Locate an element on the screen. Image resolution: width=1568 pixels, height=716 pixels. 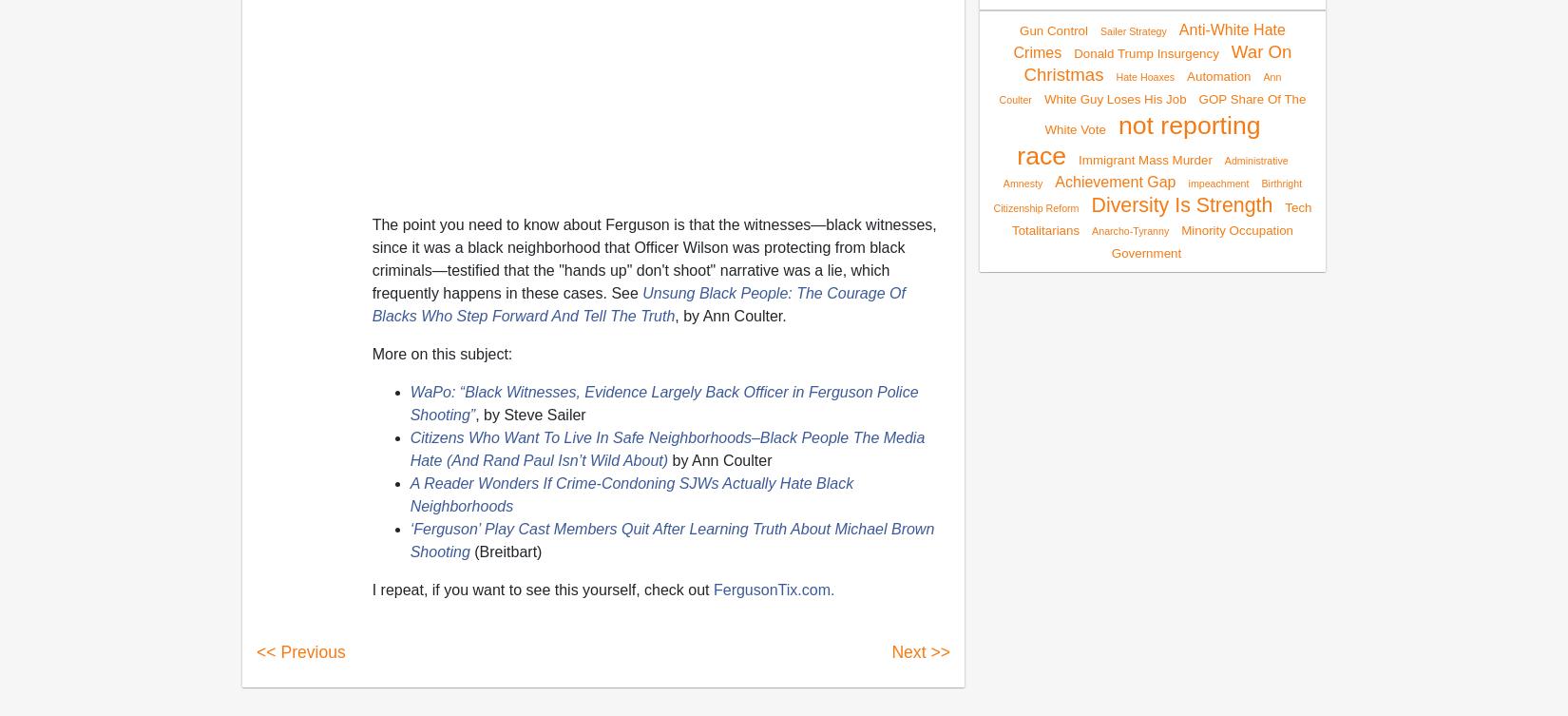
'A Reader Wonders If Crime-Condoning SJWs Actually Hate Black Neighborhoods' is located at coordinates (630, 493).